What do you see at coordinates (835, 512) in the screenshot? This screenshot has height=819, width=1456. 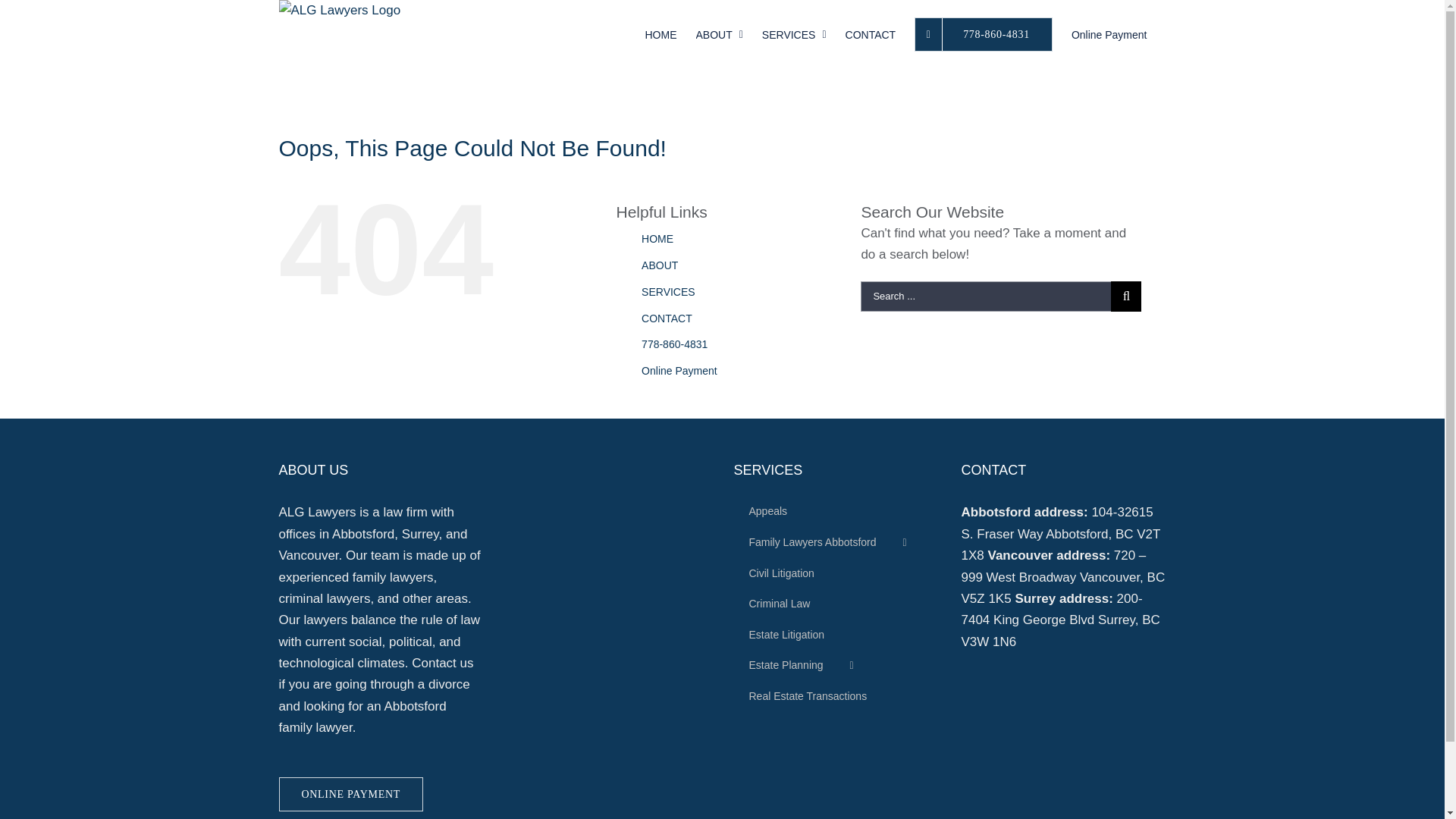 I see `'Appeals'` at bounding box center [835, 512].